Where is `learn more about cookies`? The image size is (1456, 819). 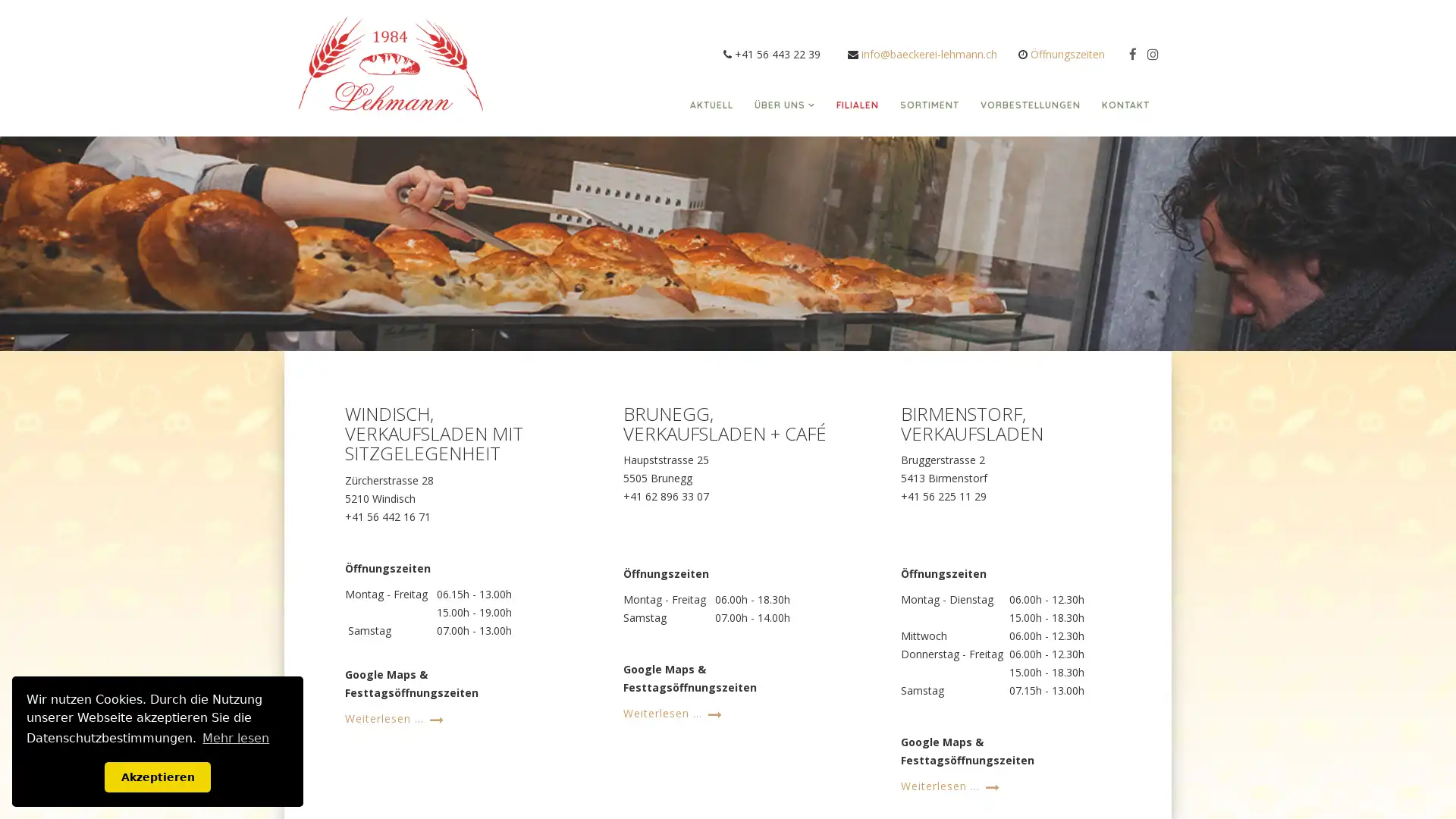
learn more about cookies is located at coordinates (235, 737).